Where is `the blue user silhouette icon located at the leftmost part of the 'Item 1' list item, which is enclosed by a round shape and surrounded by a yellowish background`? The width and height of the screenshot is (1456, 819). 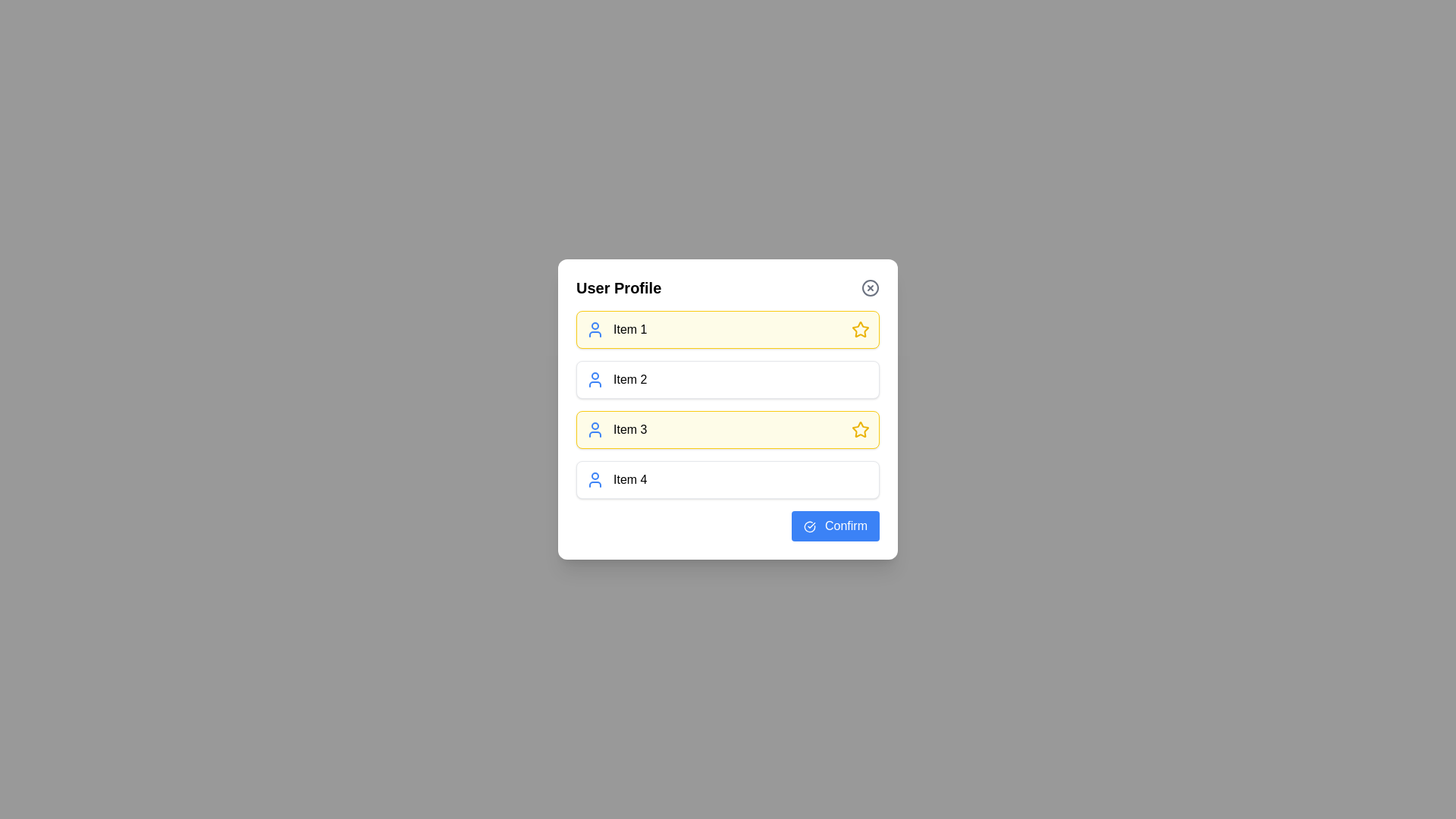
the blue user silhouette icon located at the leftmost part of the 'Item 1' list item, which is enclosed by a round shape and surrounded by a yellowish background is located at coordinates (595, 329).